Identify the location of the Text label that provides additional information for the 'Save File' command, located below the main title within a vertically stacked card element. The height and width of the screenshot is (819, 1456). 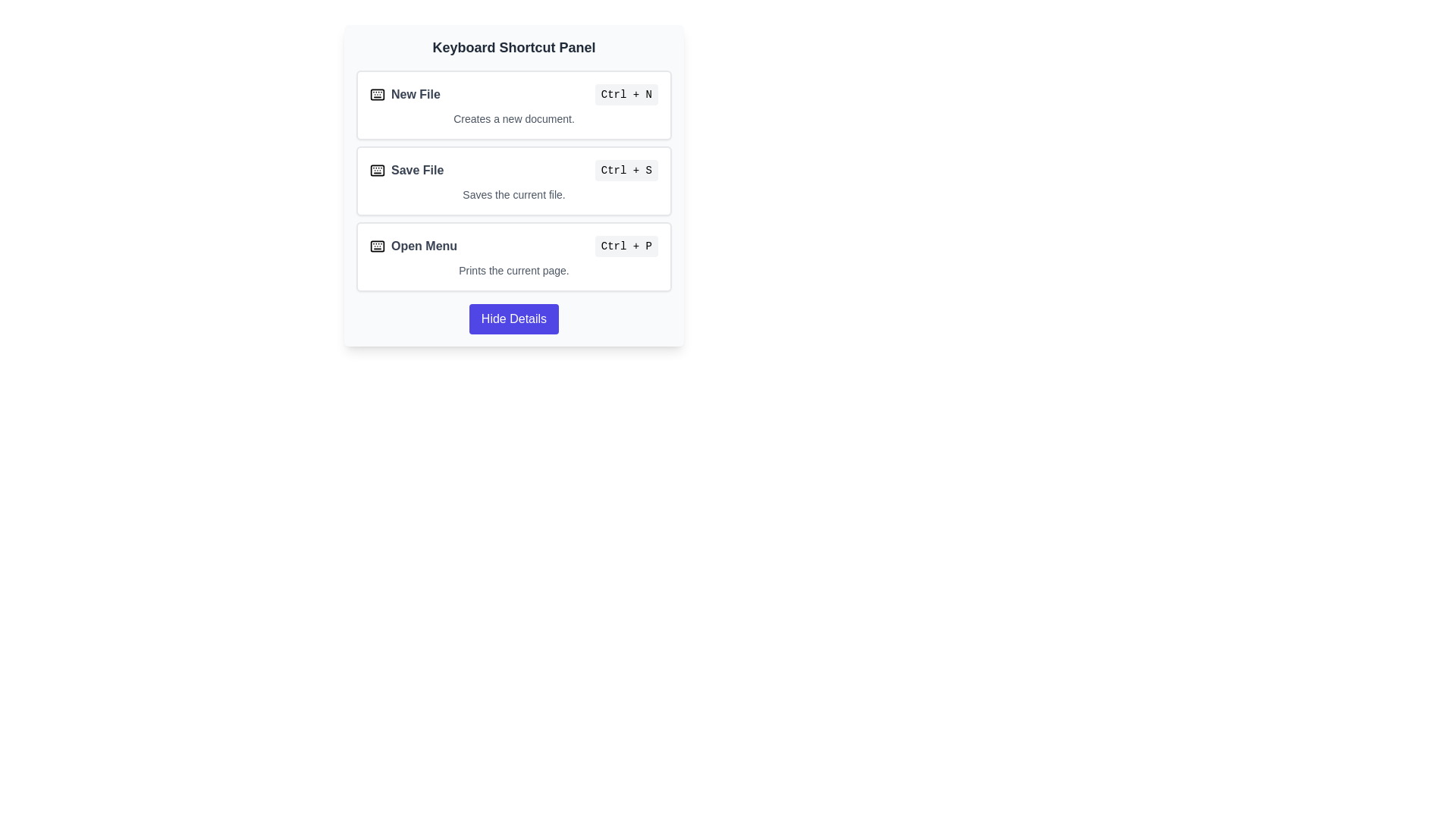
(513, 194).